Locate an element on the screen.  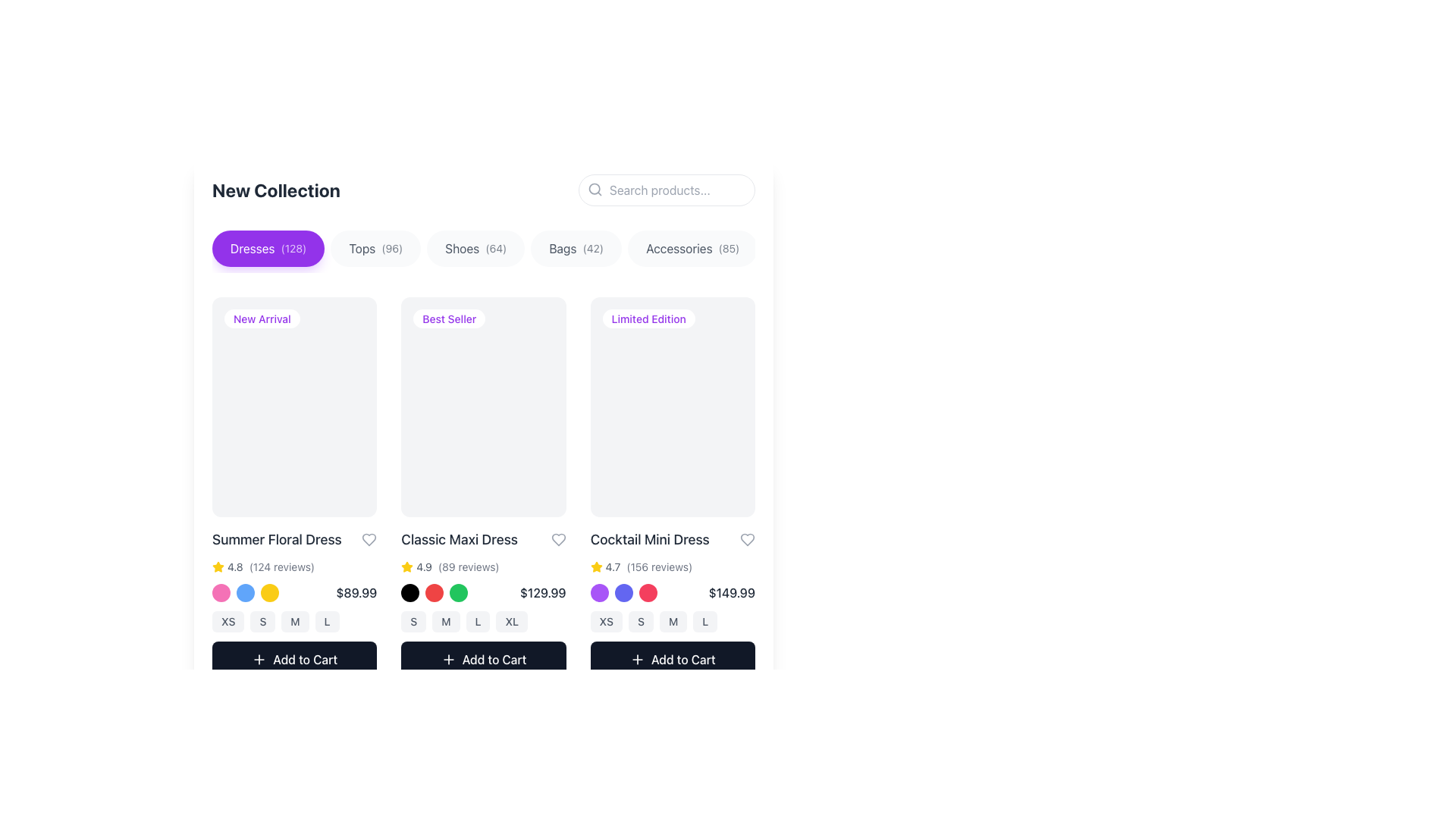
the button to add 'Summer Floral Dress' to the shopping cart, located in the bottom section of the card below the size options is located at coordinates (294, 658).